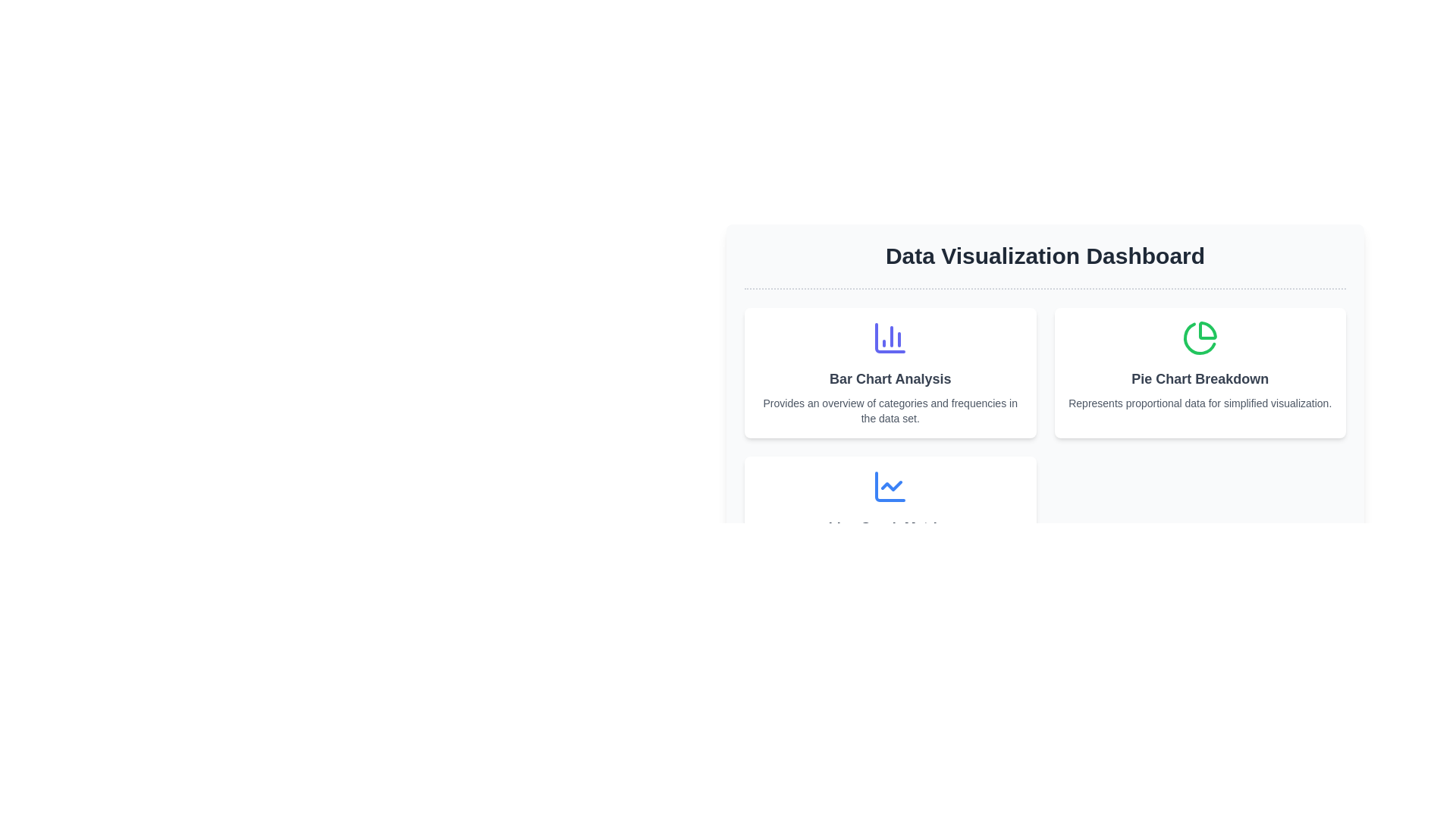  Describe the element at coordinates (1207, 329) in the screenshot. I see `the SVG graphical element representing a portion of the pie chart in the 'Pie Chart Breakdown' section of the user interface` at that location.